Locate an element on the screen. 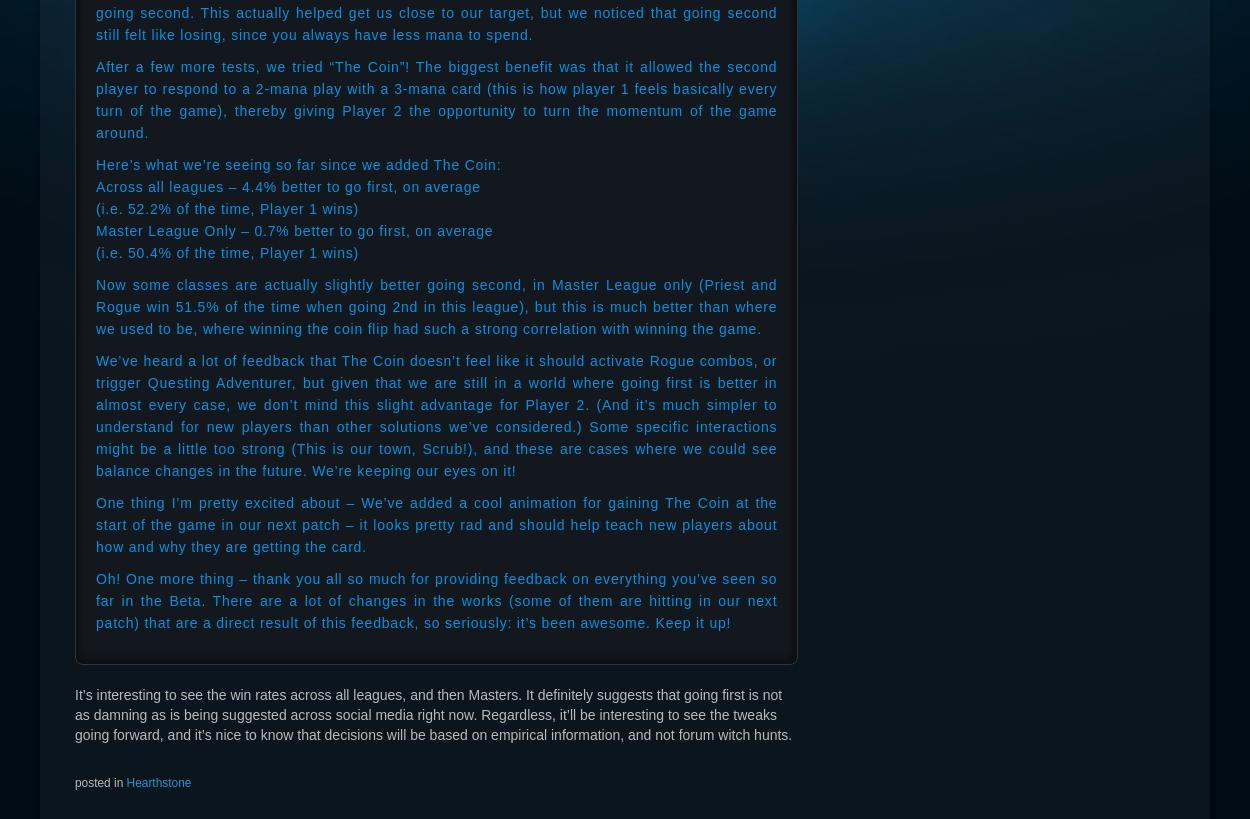 This screenshot has width=1250, height=819. 'After a few more tests, we tried “The Coin”! The biggest benefit was that it allowed the second player to respond to a 2-mana play with a 3-mana card (this is how player 1 feels basically every turn of the game), thereby giving Player 2 the opportunity to turn the momentum of the game around.' is located at coordinates (436, 99).